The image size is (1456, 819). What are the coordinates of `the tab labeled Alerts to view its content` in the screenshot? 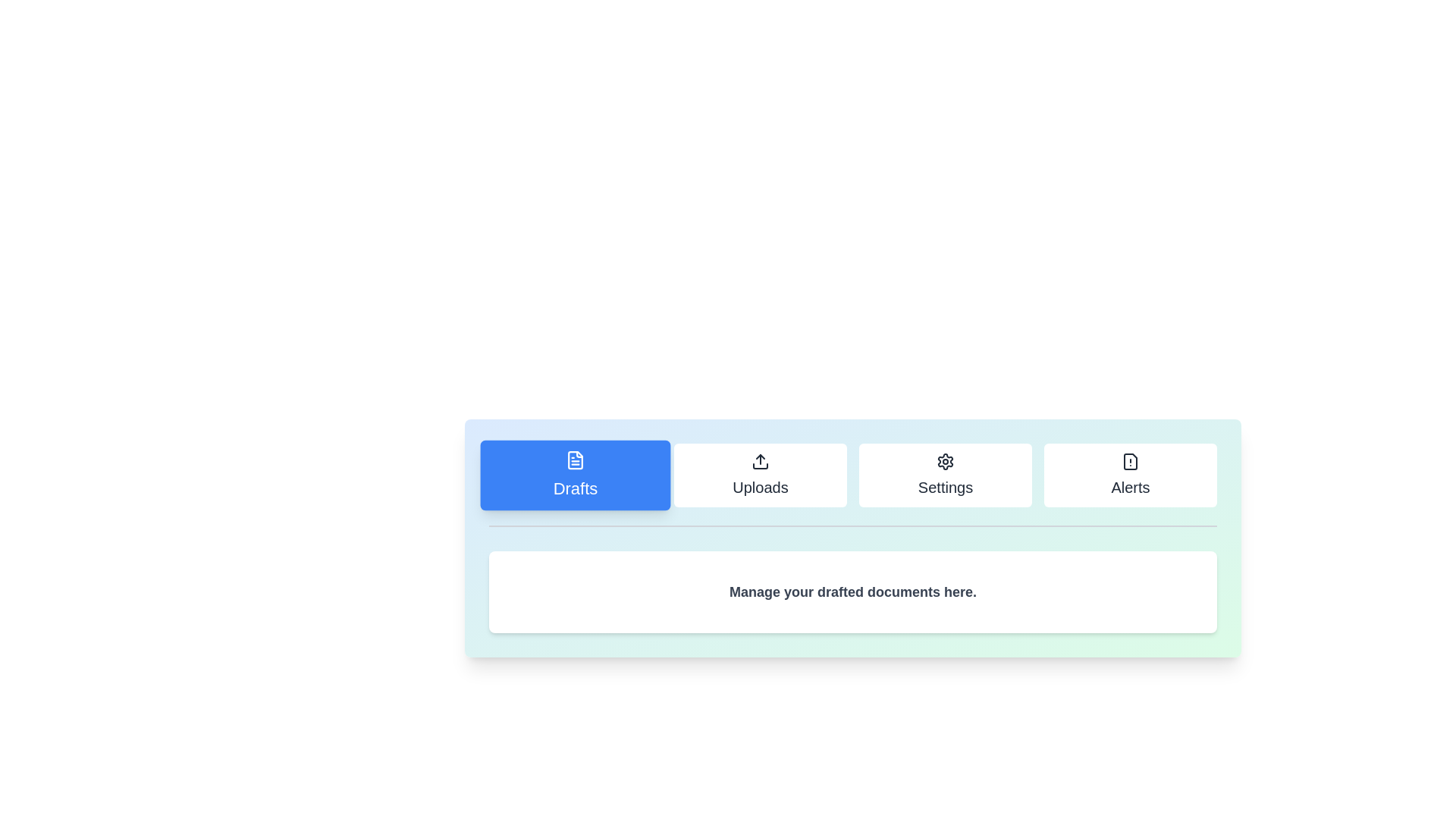 It's located at (1131, 475).